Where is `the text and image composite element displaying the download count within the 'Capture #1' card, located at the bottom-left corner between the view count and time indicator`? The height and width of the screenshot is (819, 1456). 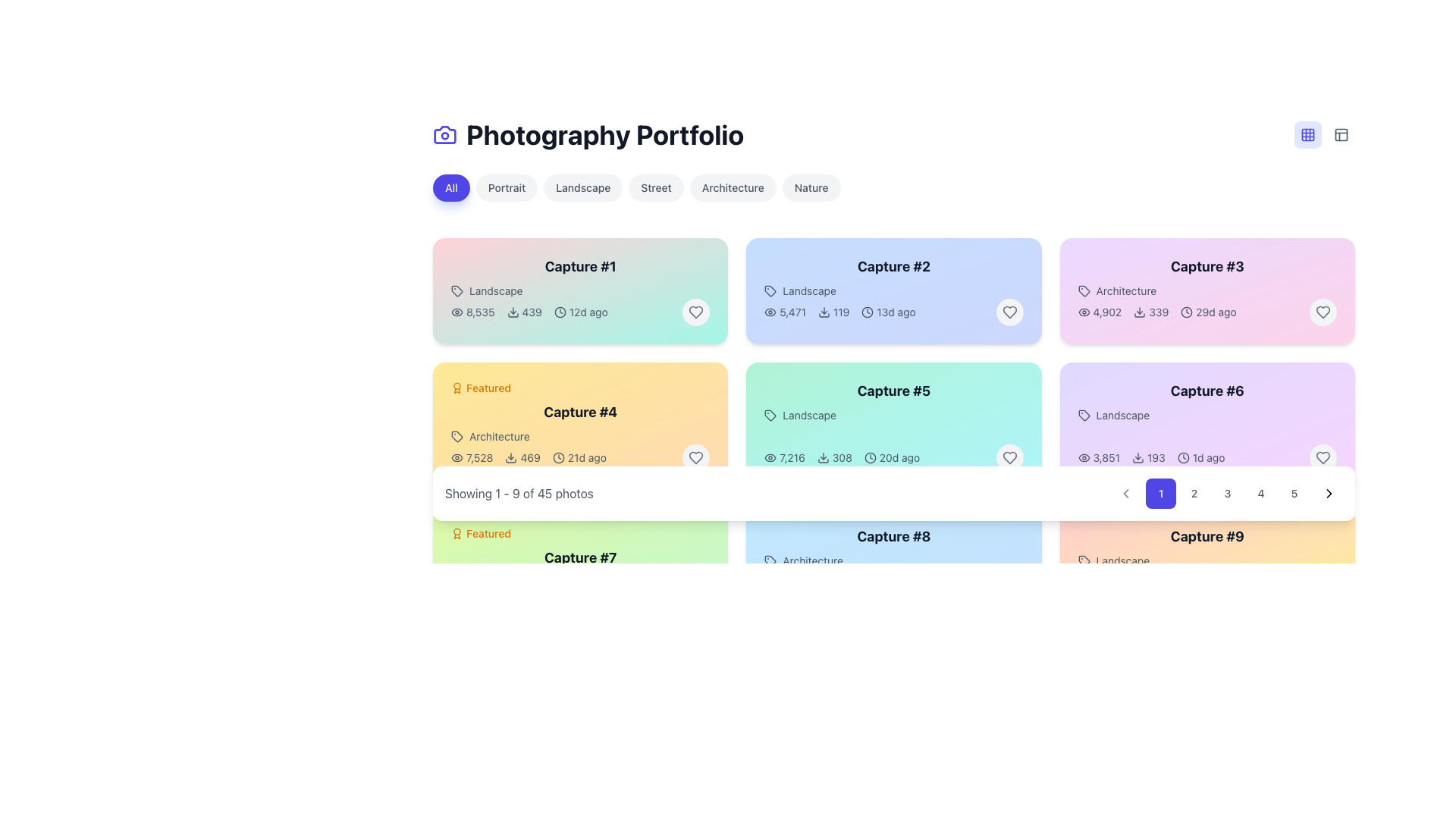
the text and image composite element displaying the download count within the 'Capture #1' card, located at the bottom-left corner between the view count and time indicator is located at coordinates (529, 312).